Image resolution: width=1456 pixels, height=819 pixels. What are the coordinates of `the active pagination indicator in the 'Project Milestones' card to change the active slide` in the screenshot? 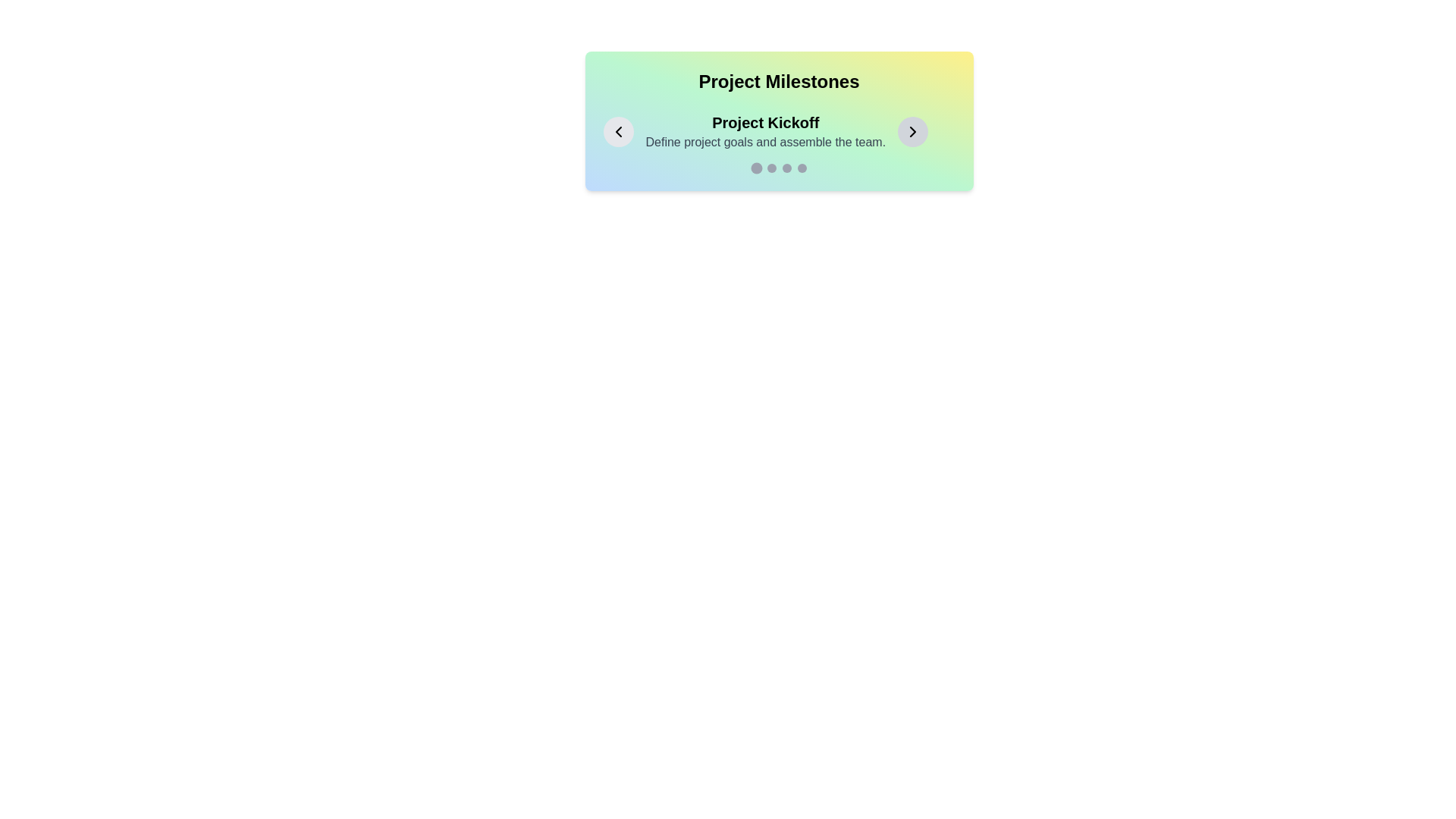 It's located at (779, 168).